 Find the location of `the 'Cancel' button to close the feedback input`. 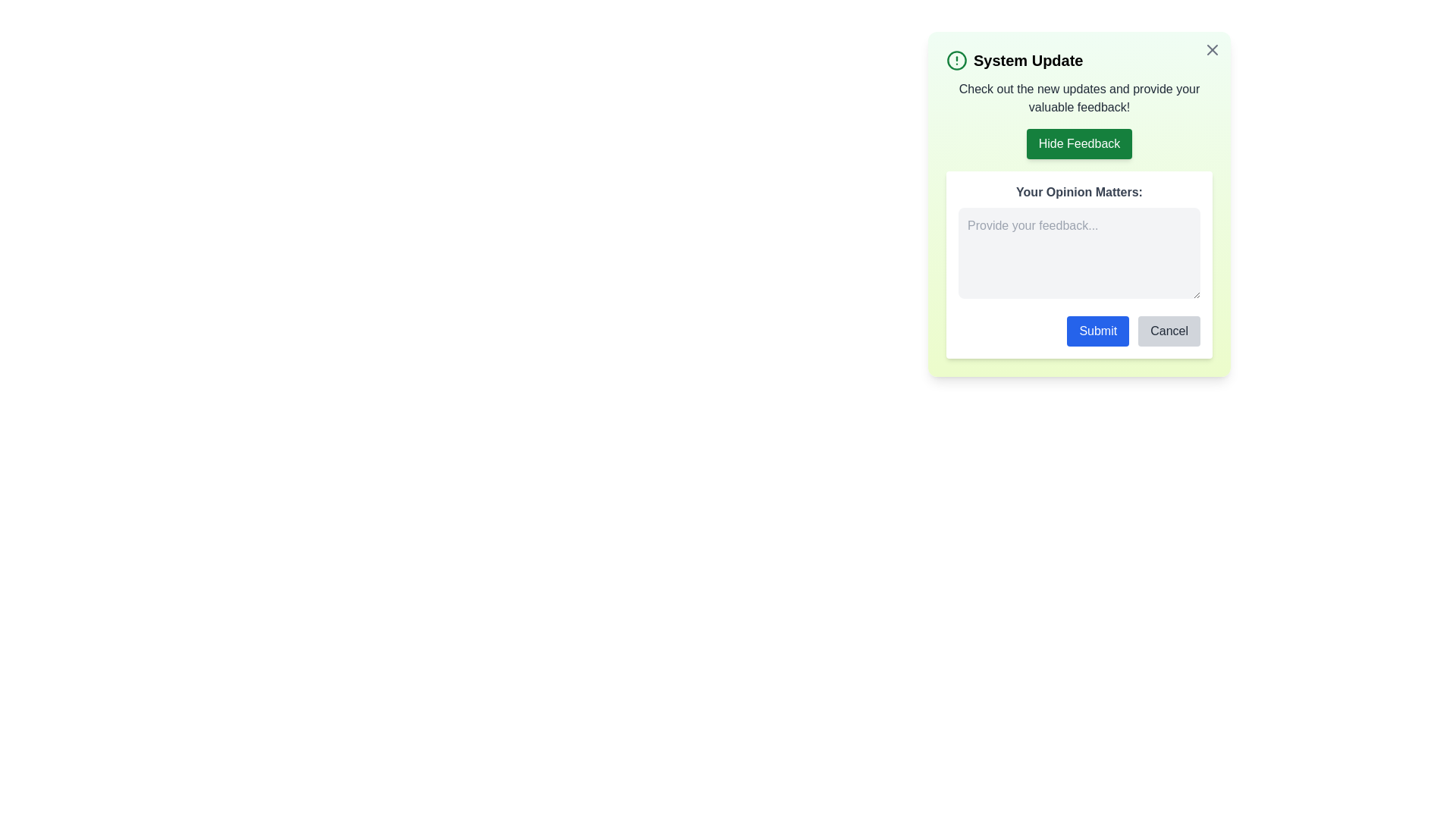

the 'Cancel' button to close the feedback input is located at coordinates (1168, 330).